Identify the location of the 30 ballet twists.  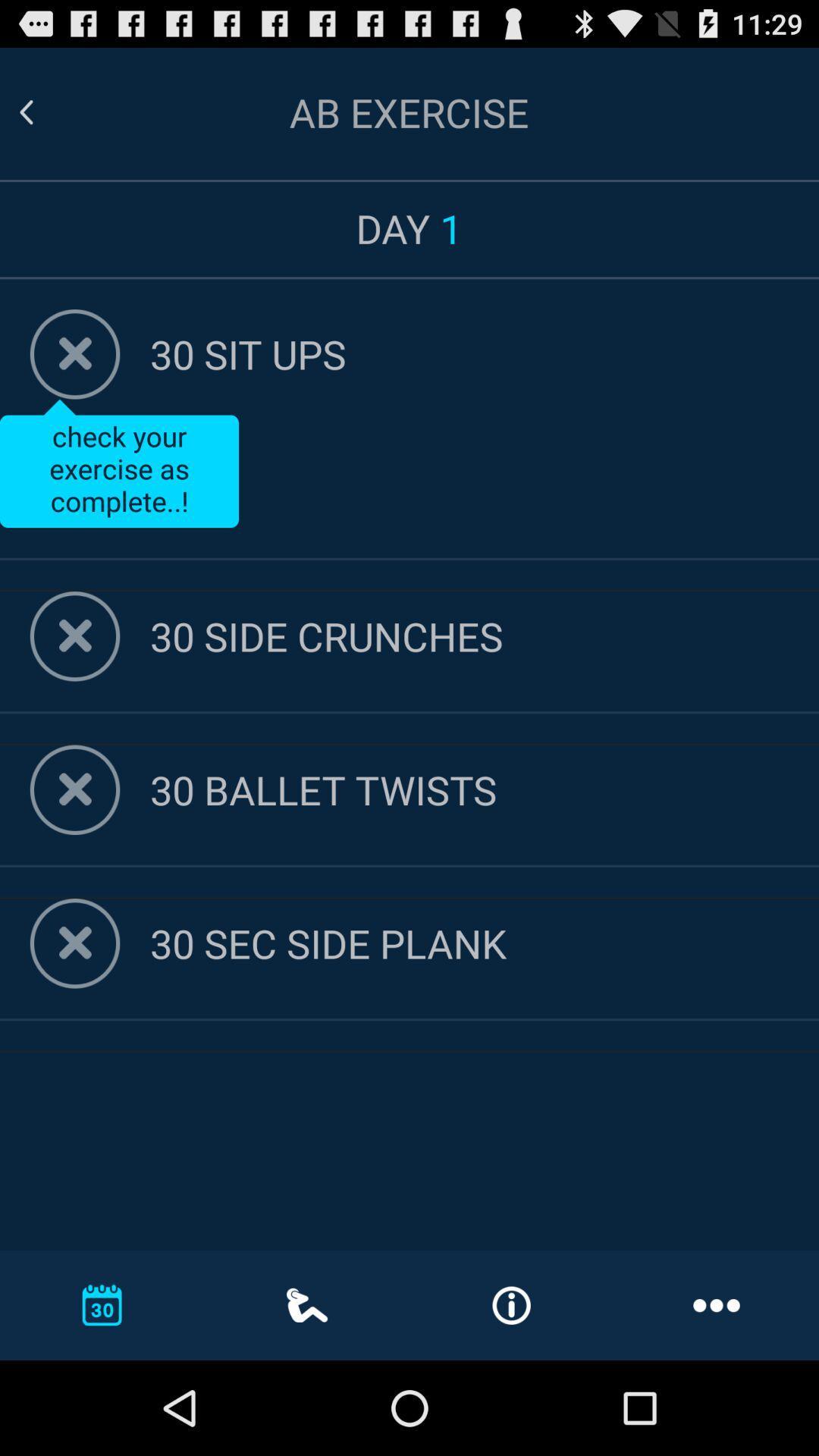
(485, 789).